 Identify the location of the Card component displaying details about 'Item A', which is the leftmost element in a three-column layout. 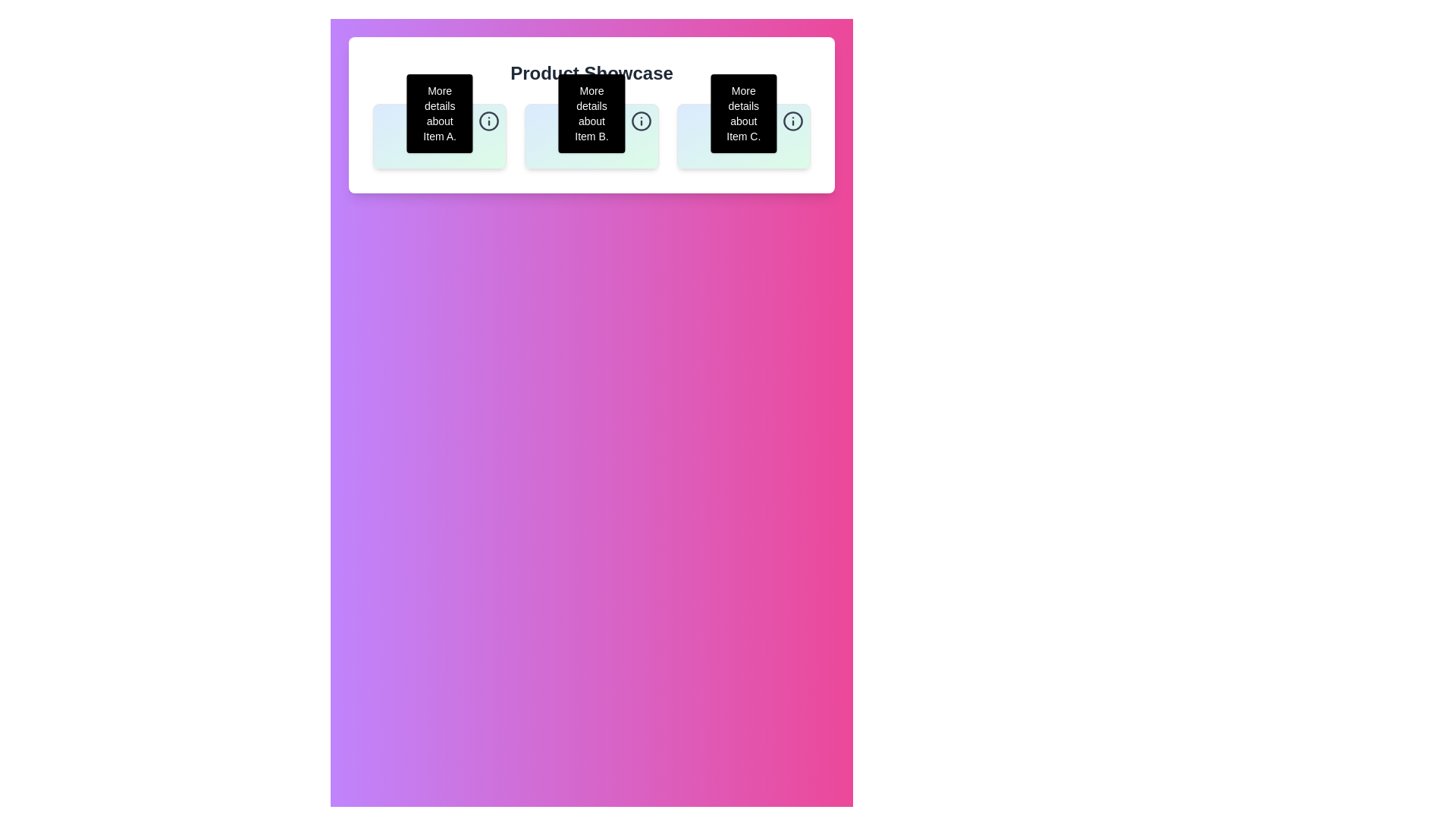
(439, 136).